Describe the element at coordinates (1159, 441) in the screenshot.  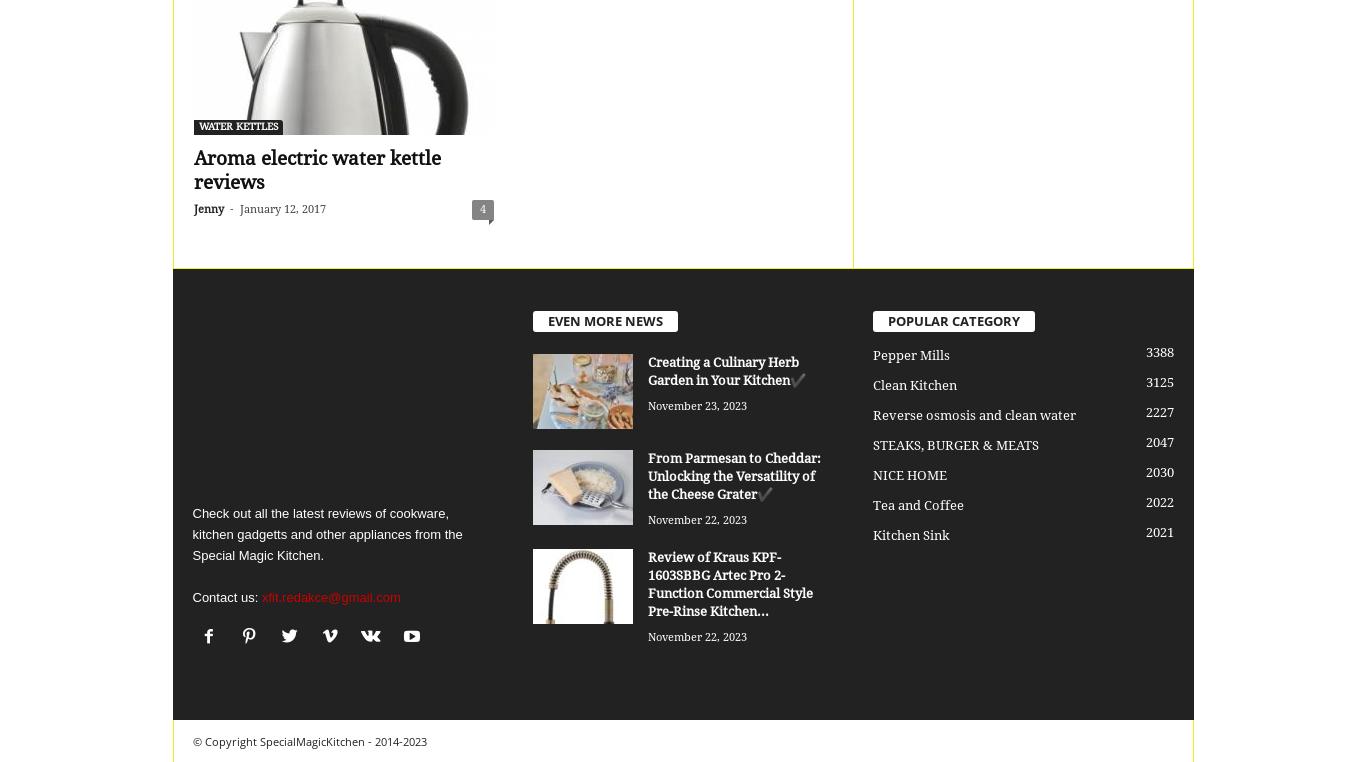
I see `'2047'` at that location.